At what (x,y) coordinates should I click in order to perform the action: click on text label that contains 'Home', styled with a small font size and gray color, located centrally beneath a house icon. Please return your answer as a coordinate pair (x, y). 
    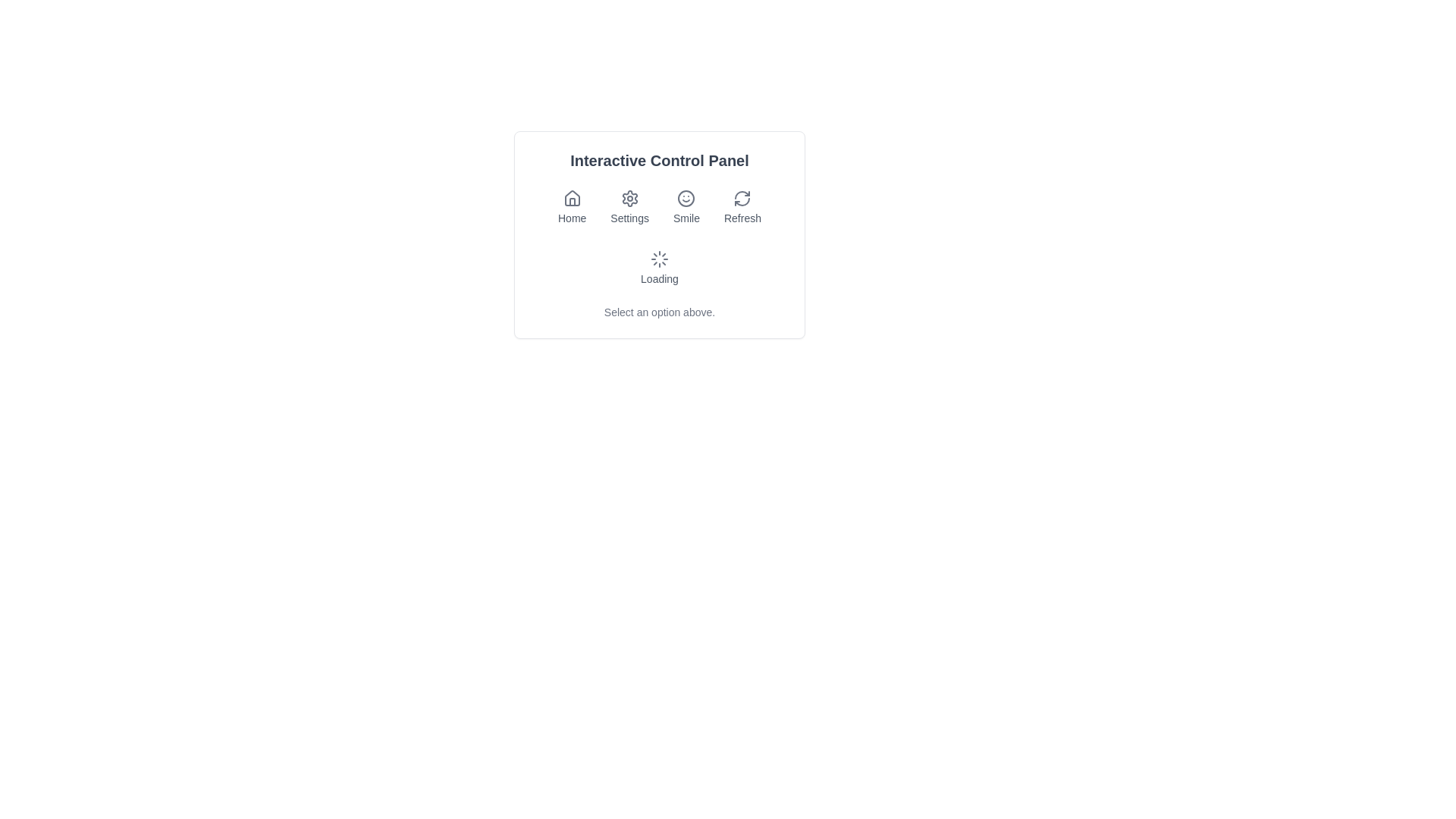
    Looking at the image, I should click on (571, 218).